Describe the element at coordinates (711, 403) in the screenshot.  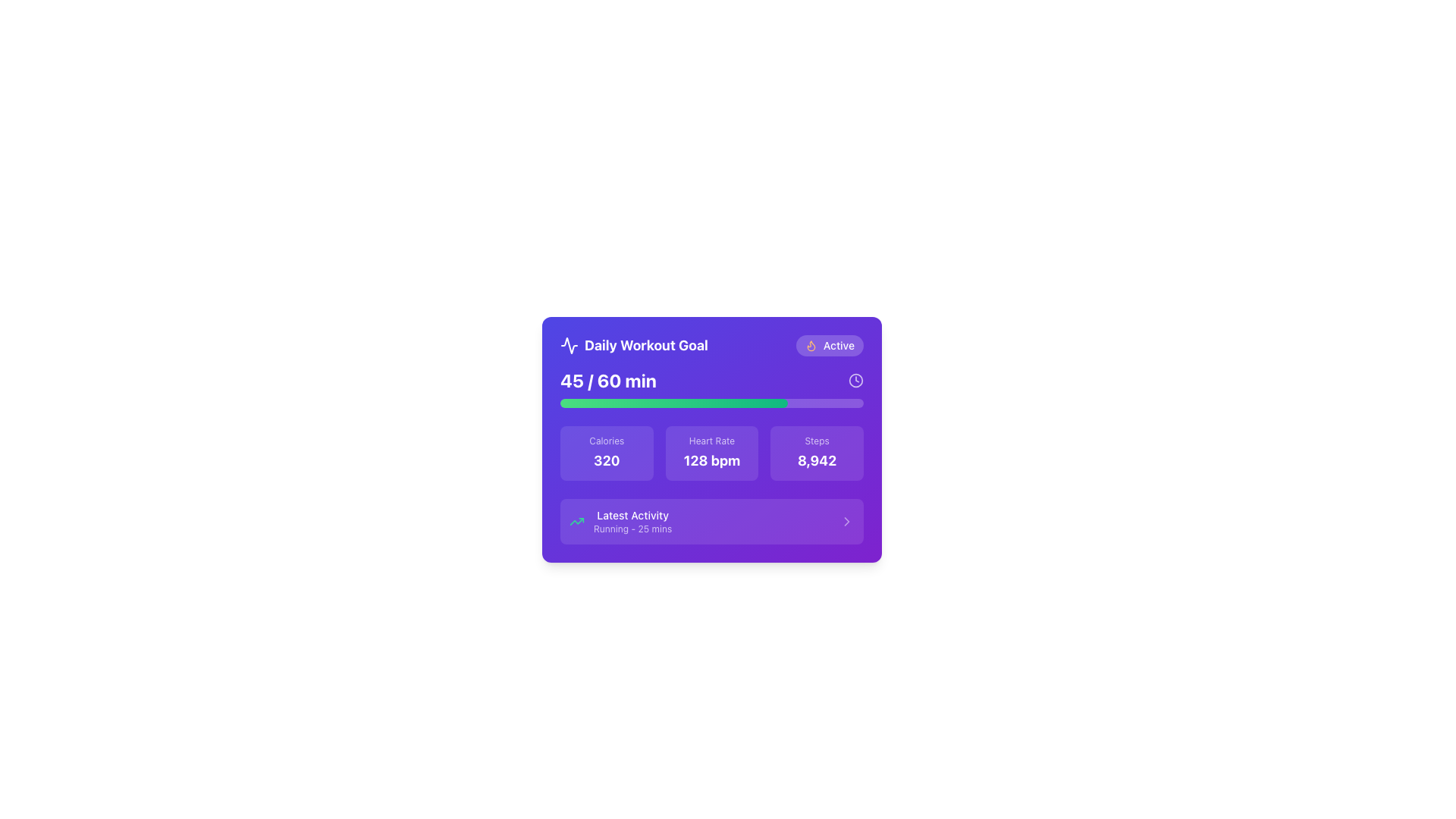
I see `the progress indicator that visually represents a completion level of 75%, located directly below the text '45 / 60 min'` at that location.